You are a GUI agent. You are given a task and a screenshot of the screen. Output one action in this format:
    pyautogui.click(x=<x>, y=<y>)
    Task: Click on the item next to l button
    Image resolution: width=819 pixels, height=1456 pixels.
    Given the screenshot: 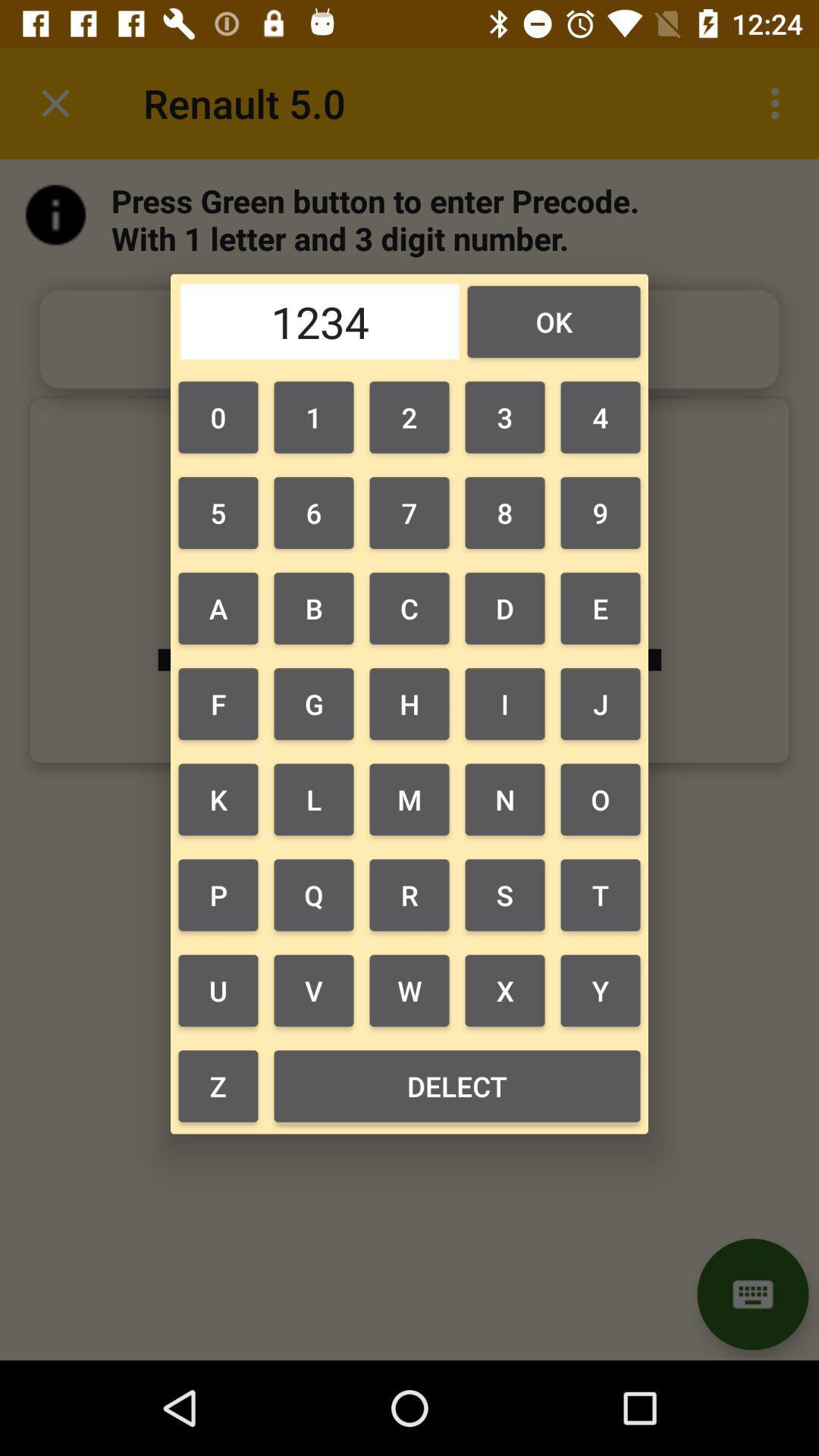 What is the action you would take?
    pyautogui.click(x=409, y=895)
    